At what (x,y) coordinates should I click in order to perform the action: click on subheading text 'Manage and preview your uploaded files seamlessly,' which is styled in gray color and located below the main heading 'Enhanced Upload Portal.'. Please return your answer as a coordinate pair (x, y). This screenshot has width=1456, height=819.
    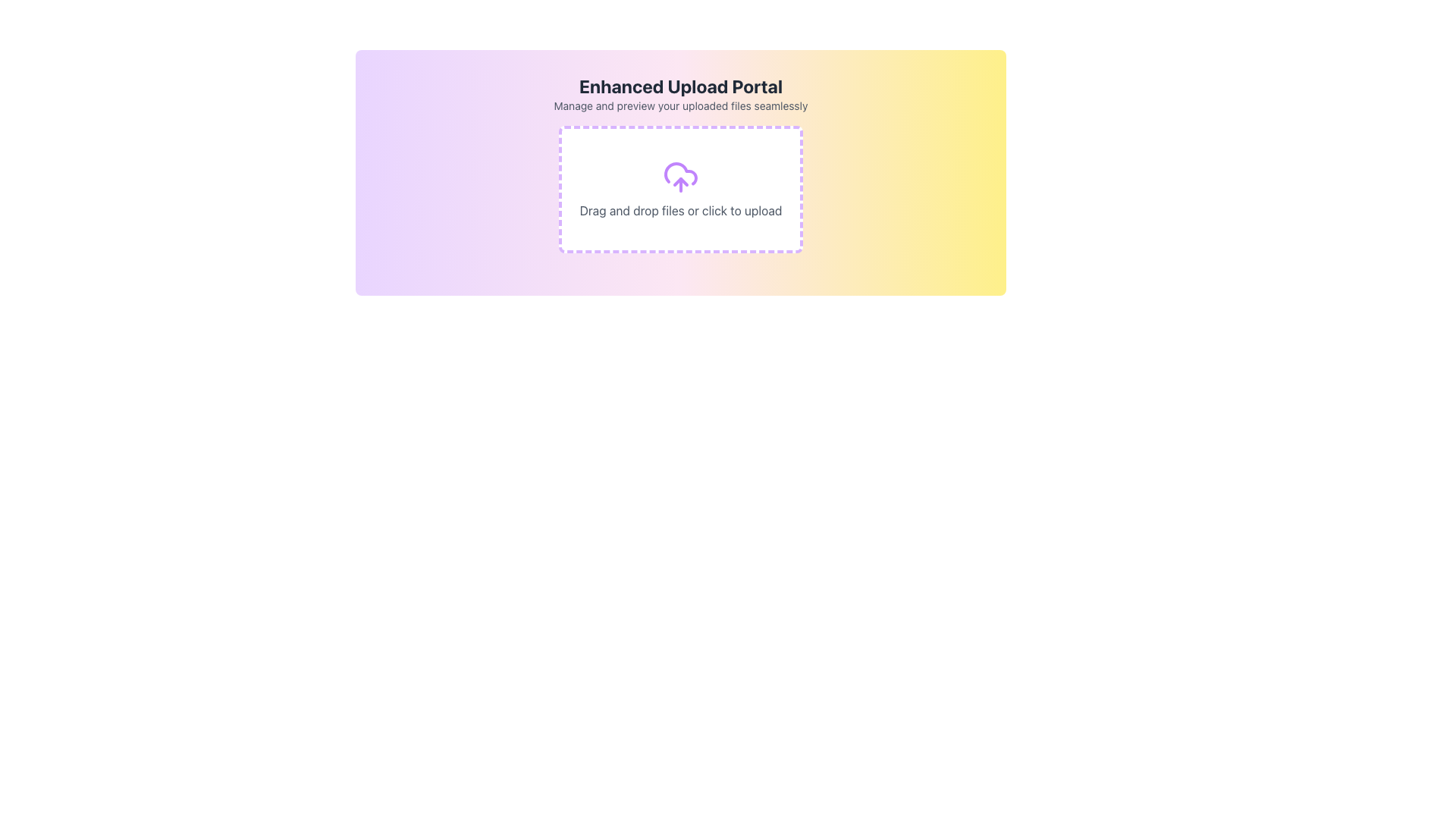
    Looking at the image, I should click on (679, 105).